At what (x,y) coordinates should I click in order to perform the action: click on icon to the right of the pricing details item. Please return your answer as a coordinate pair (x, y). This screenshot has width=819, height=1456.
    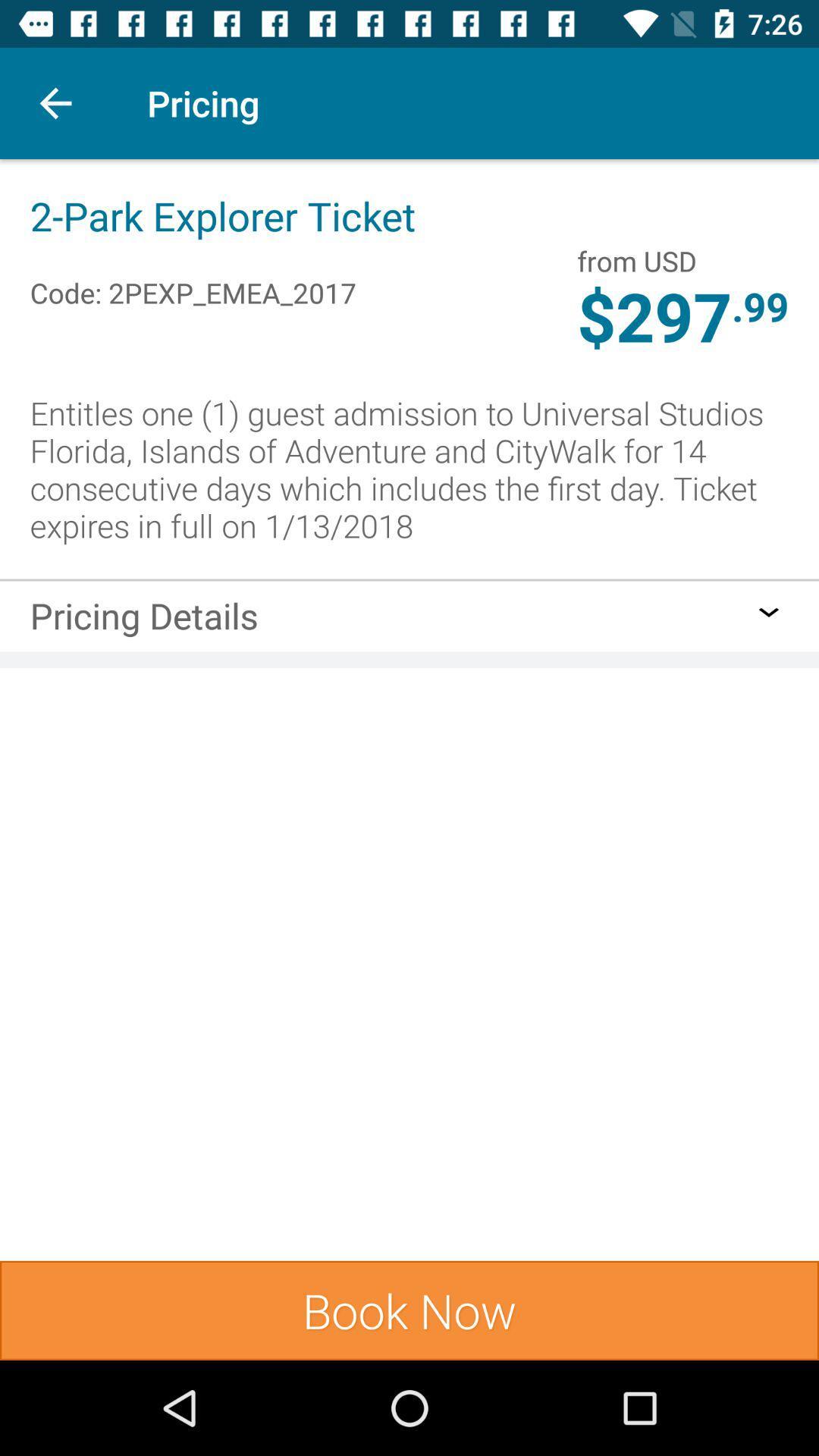
    Looking at the image, I should click on (769, 612).